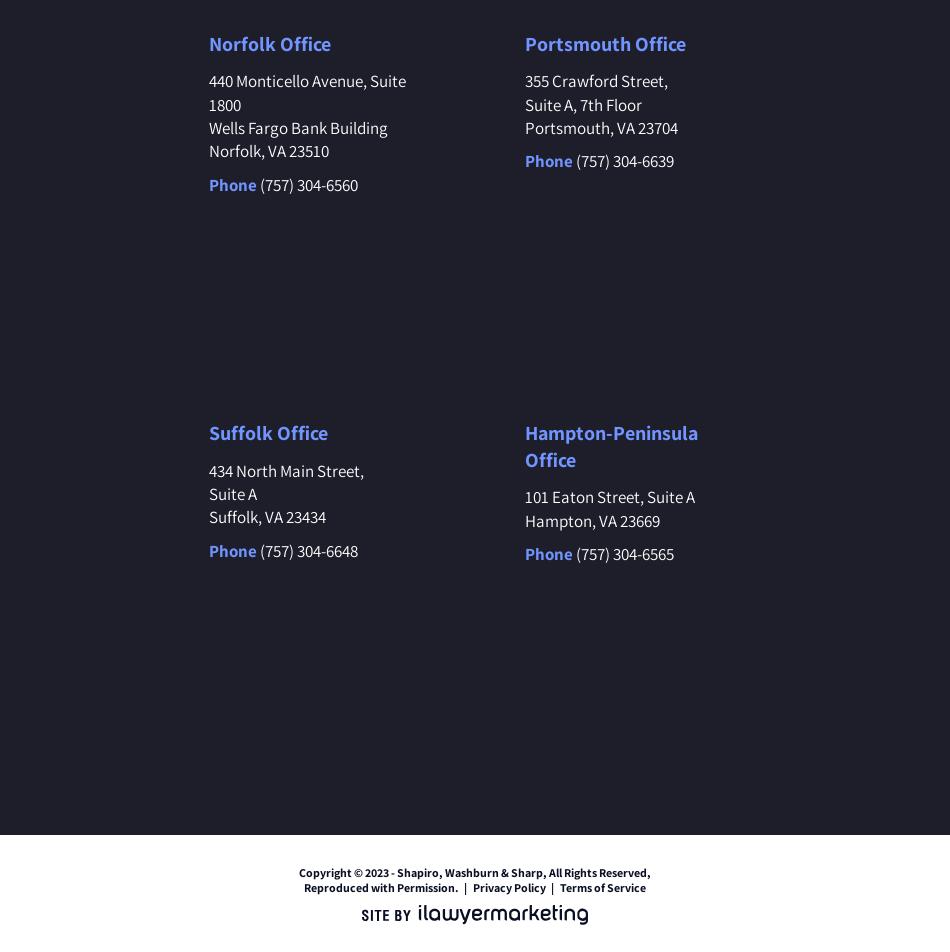  Describe the element at coordinates (524, 519) in the screenshot. I see `'Hampton, VA 23669'` at that location.